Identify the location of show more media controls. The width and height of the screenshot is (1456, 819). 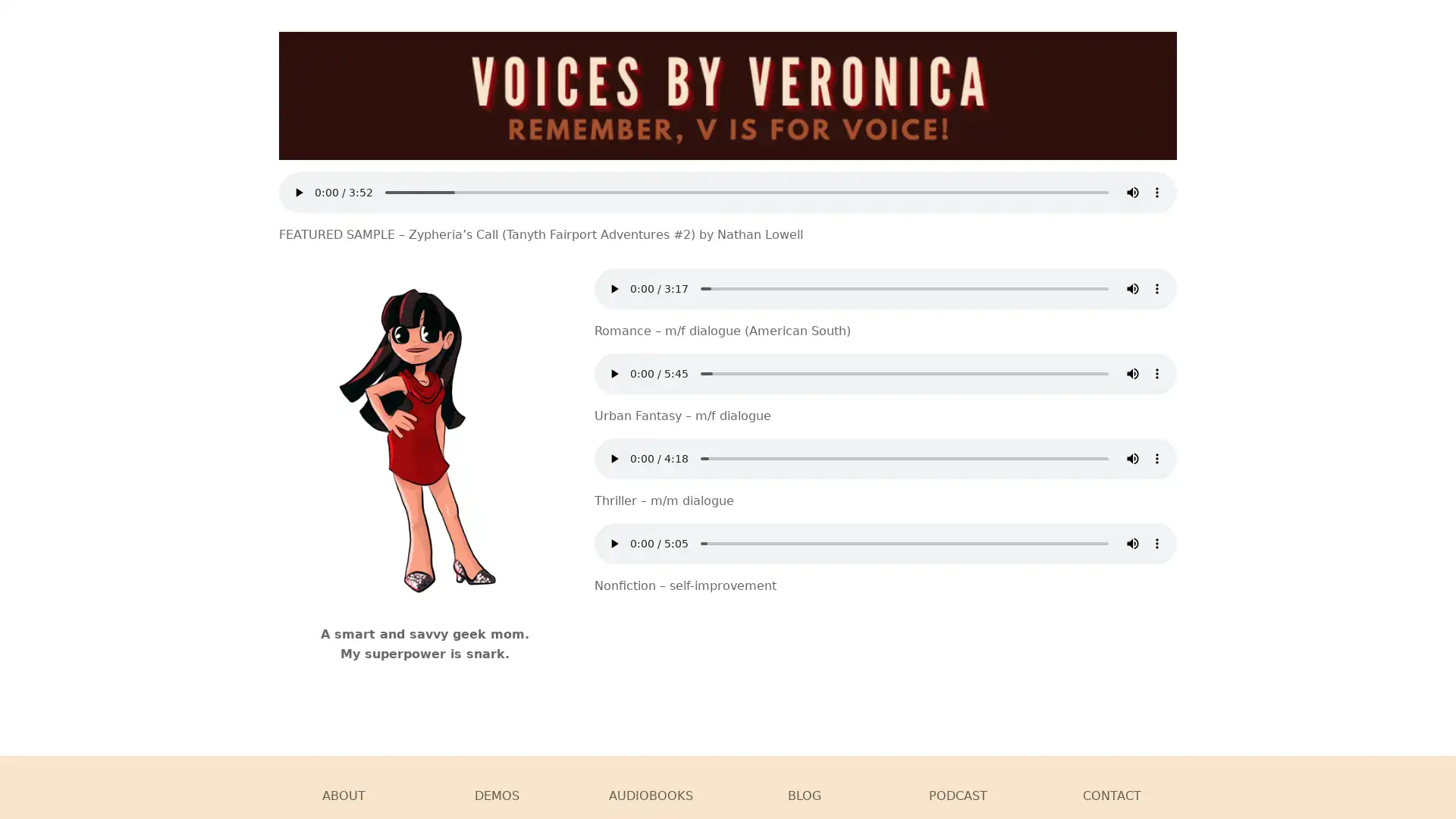
(1156, 289).